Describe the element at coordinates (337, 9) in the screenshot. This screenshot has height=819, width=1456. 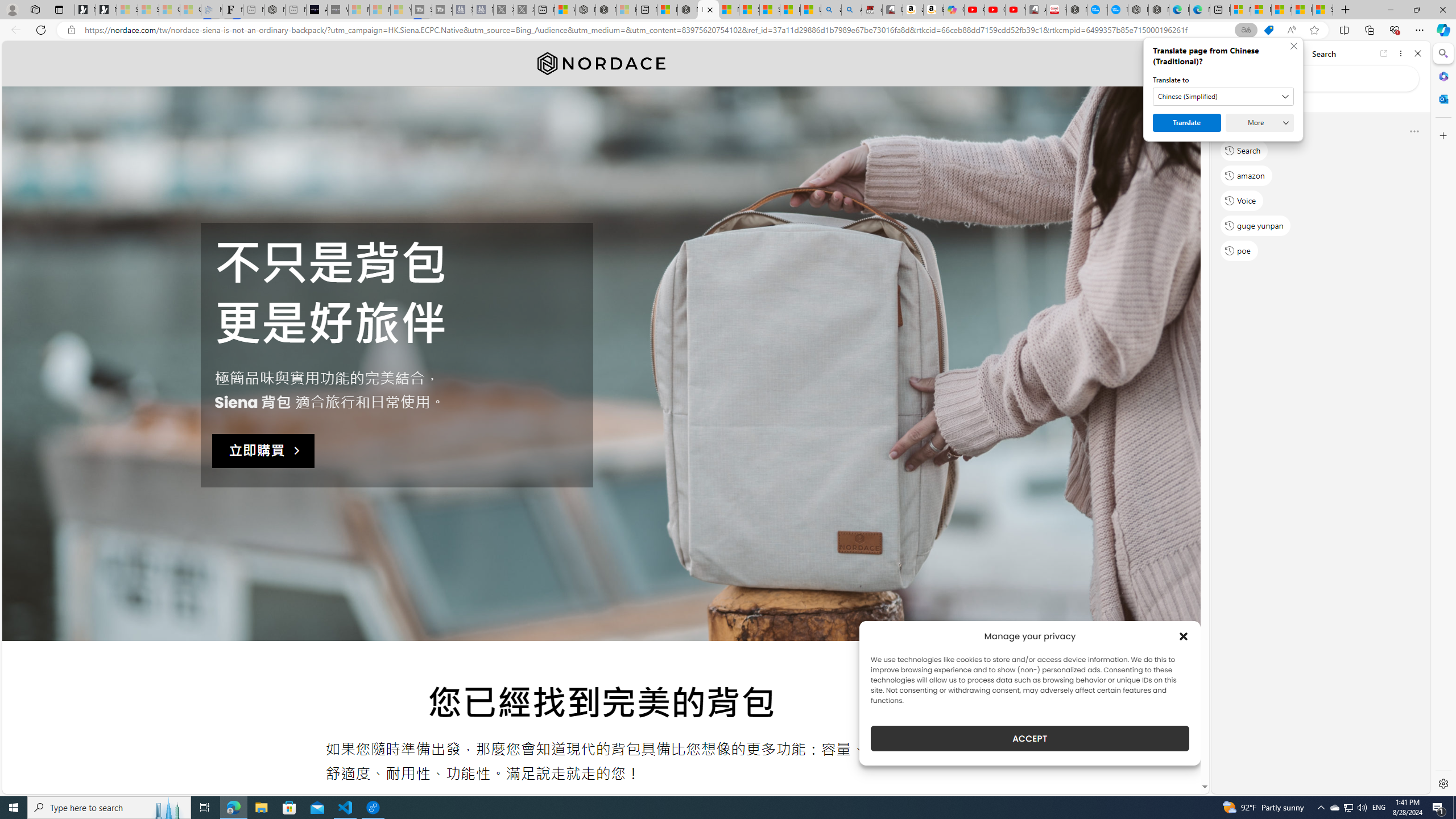
I see `'What'` at that location.